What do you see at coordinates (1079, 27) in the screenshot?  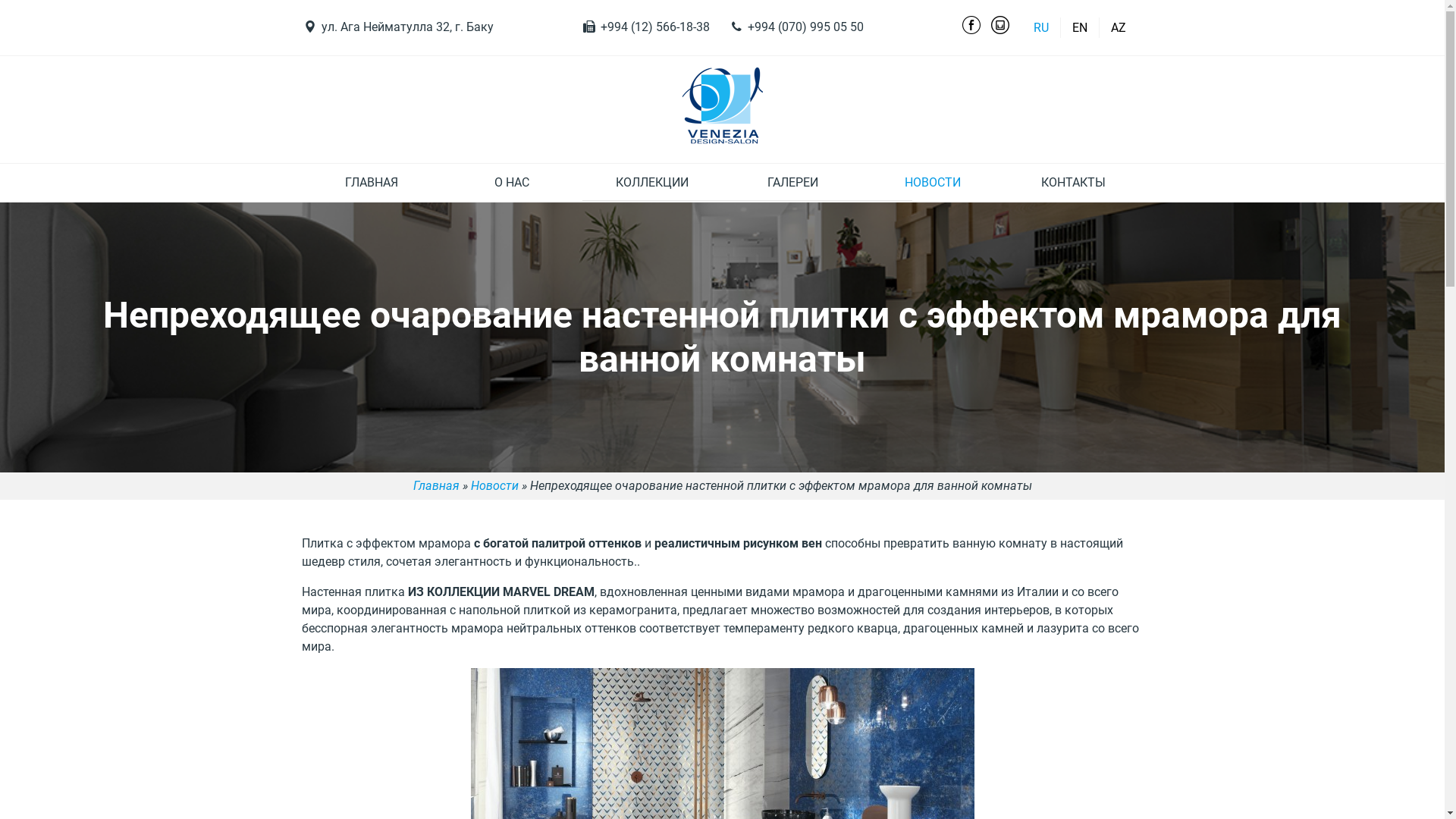 I see `'EN'` at bounding box center [1079, 27].